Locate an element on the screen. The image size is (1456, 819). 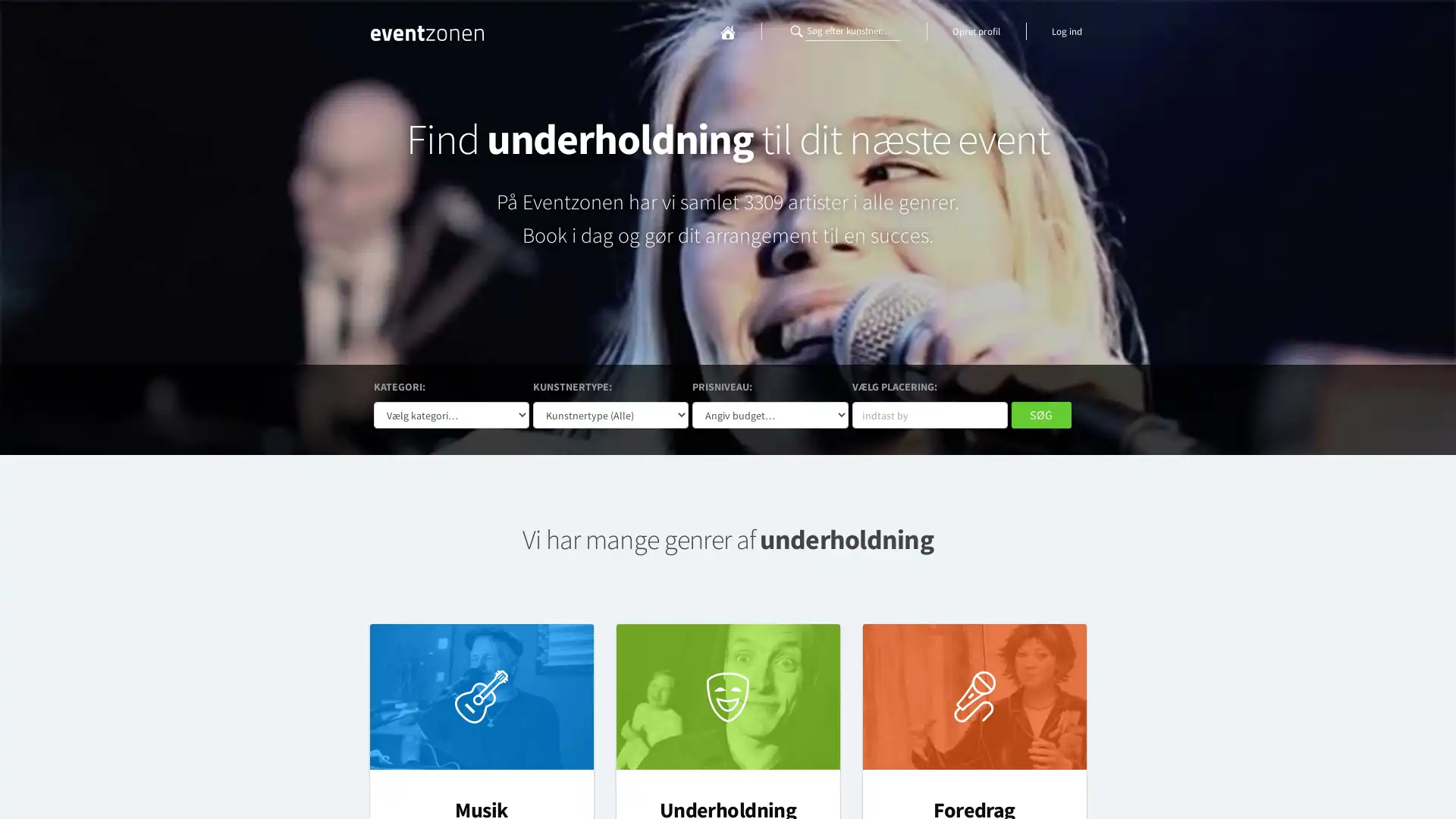
Sg is located at coordinates (1040, 415).